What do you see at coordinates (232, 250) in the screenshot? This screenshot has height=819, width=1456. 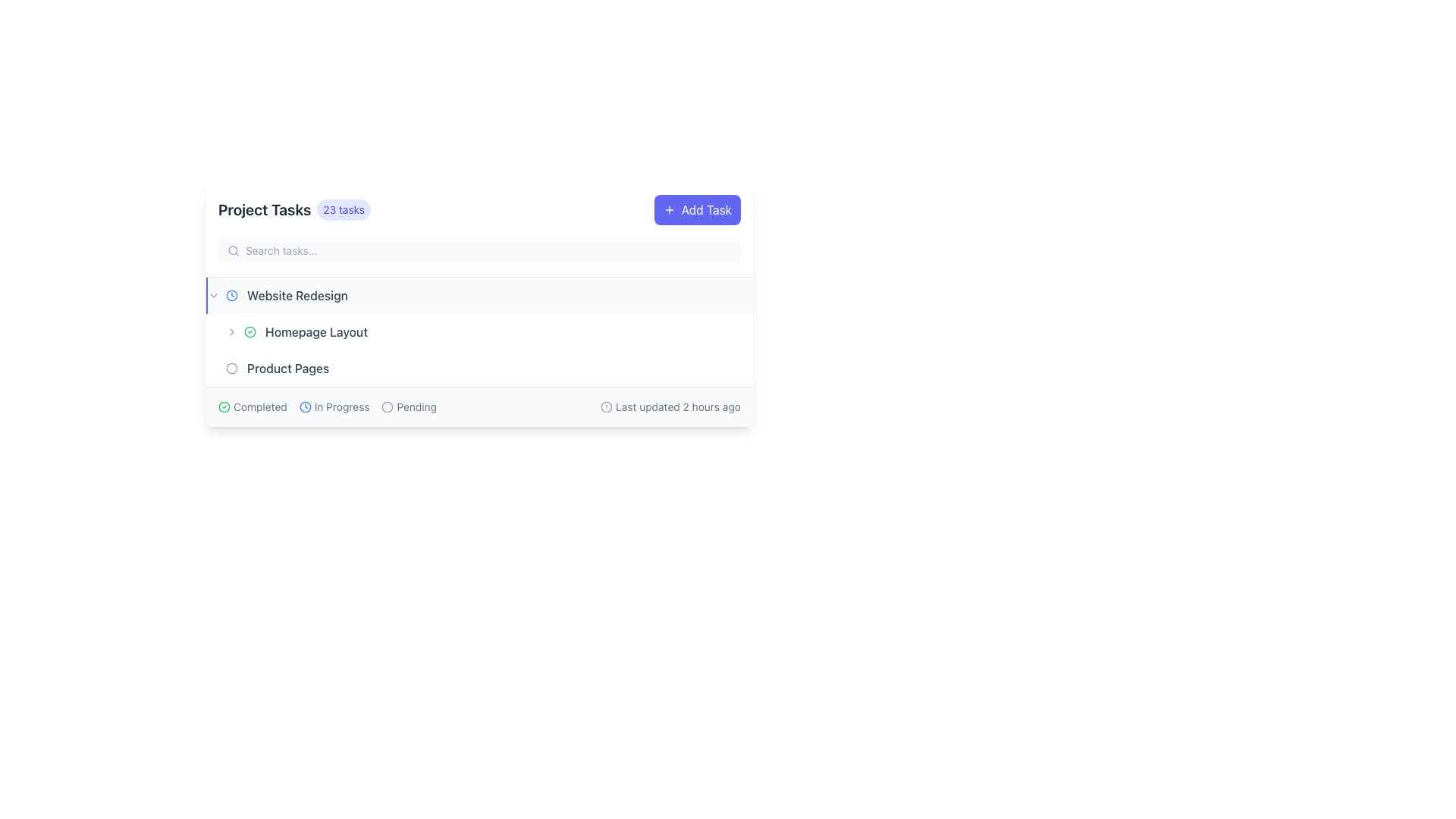 I see `the universal search icon resembling a magnifying glass, which is located inside the search input field before the placeholder text 'Search tasks...' under the header 'Project Tasks'` at bounding box center [232, 250].